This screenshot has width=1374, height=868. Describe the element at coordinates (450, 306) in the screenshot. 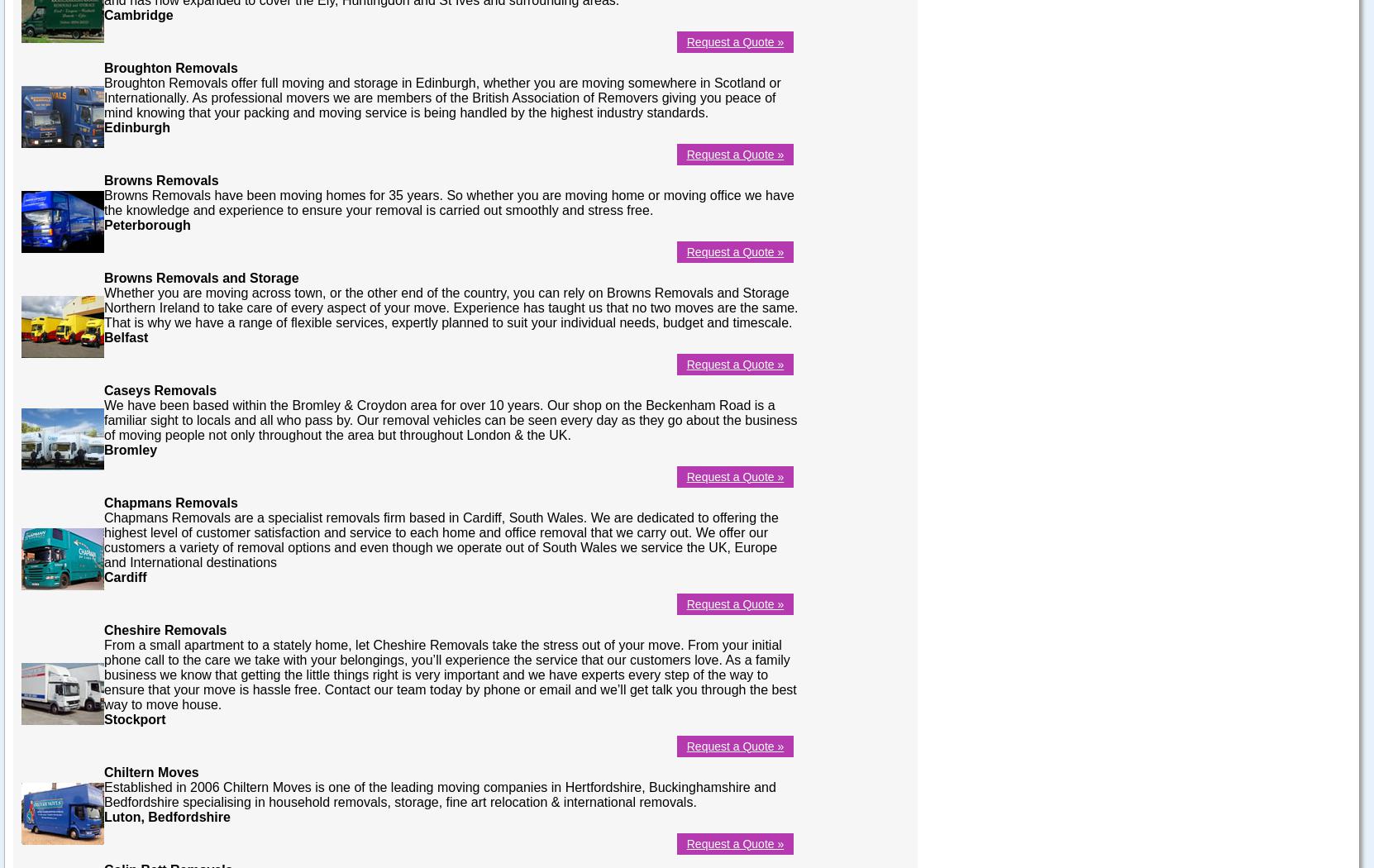

I see `'Whether you are moving across town, or the other end of the country, you can rely on Browns Removals and Storage Northern Ireland to take care of every aspect of your move. Experience has taught us that no two moves are the same. That is why we have a range of flexible services, expertly planned to suit your individual needs, budget and timescale.'` at that location.